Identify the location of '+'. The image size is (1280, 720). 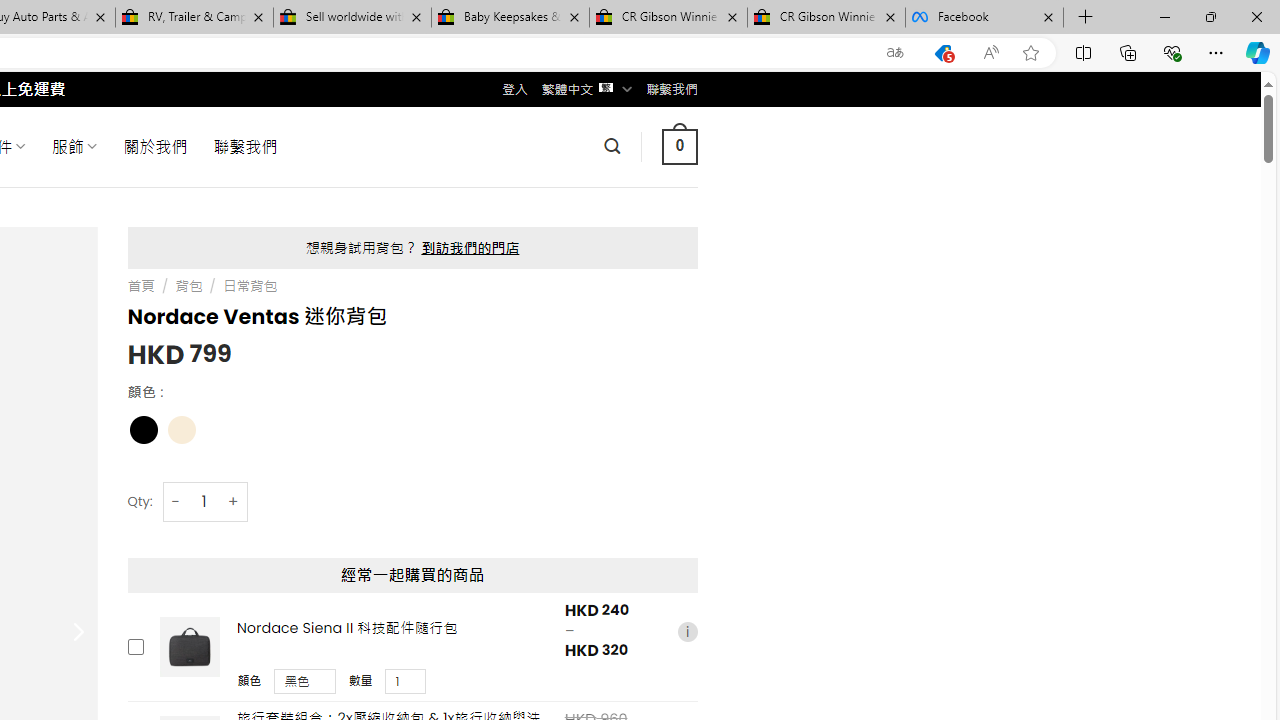
(234, 500).